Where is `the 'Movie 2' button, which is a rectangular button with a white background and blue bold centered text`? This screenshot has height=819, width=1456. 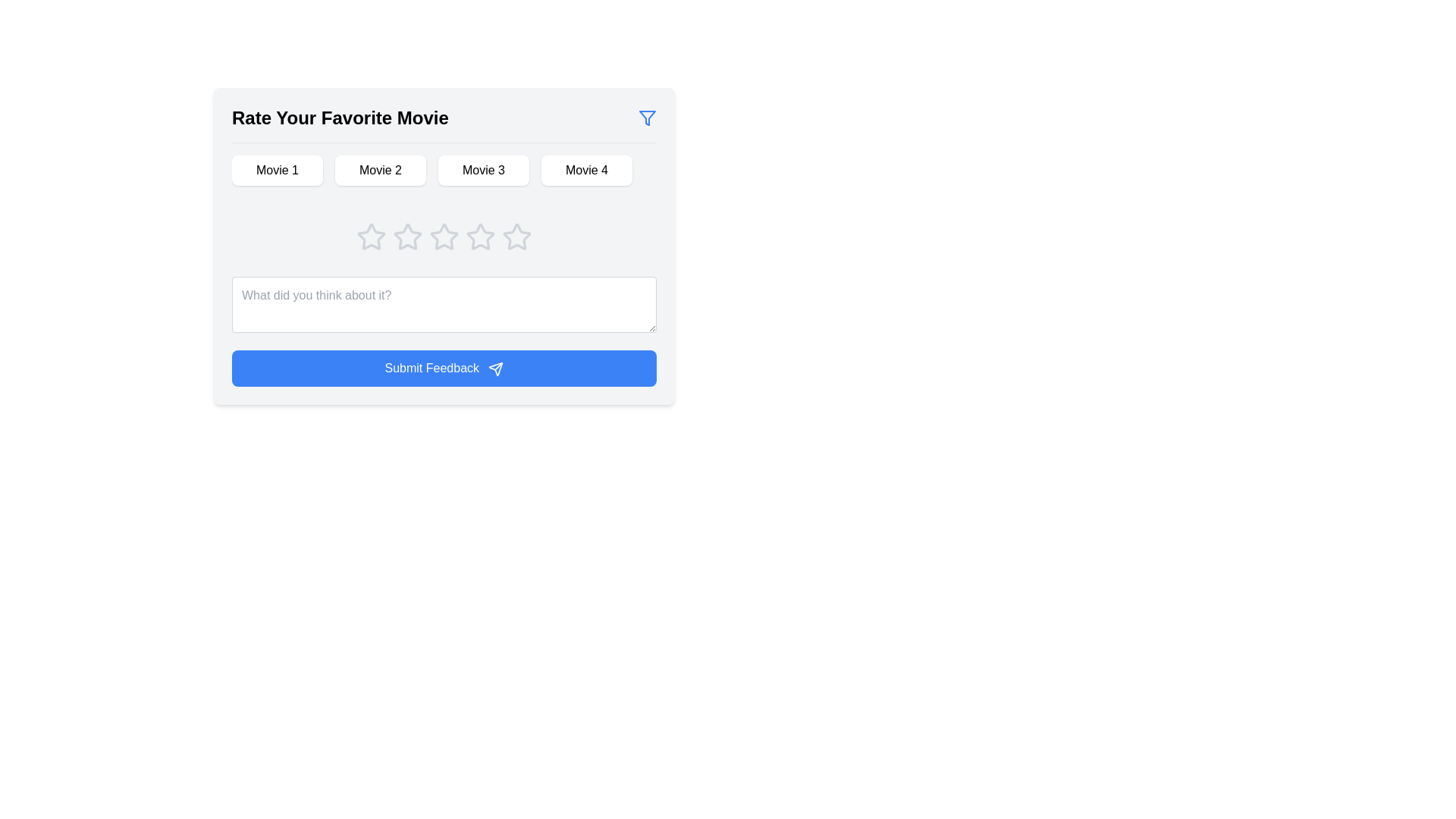 the 'Movie 2' button, which is a rectangular button with a white background and blue bold centered text is located at coordinates (381, 170).